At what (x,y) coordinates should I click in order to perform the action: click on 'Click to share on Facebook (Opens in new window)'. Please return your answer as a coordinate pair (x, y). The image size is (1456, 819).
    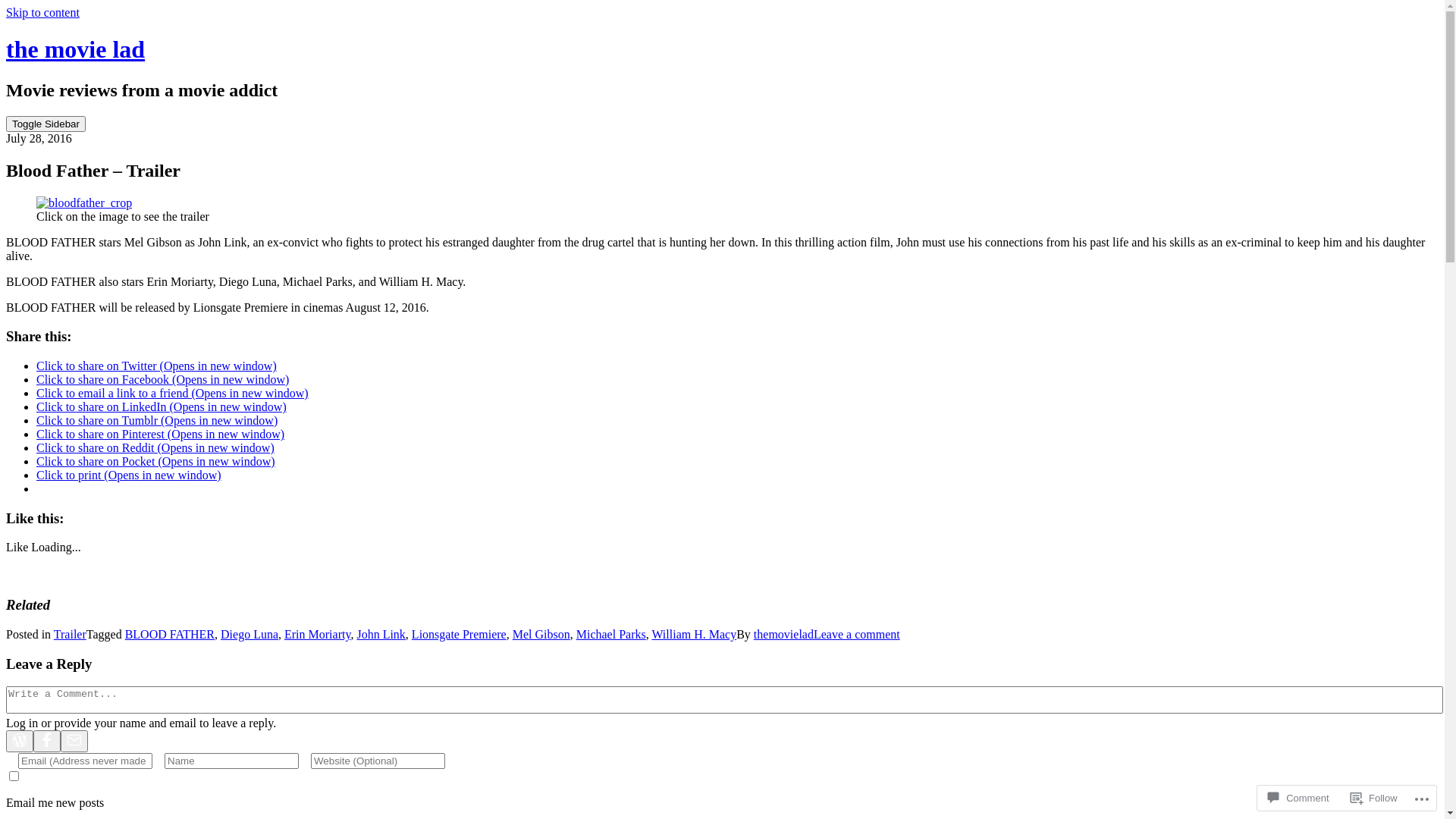
    Looking at the image, I should click on (162, 378).